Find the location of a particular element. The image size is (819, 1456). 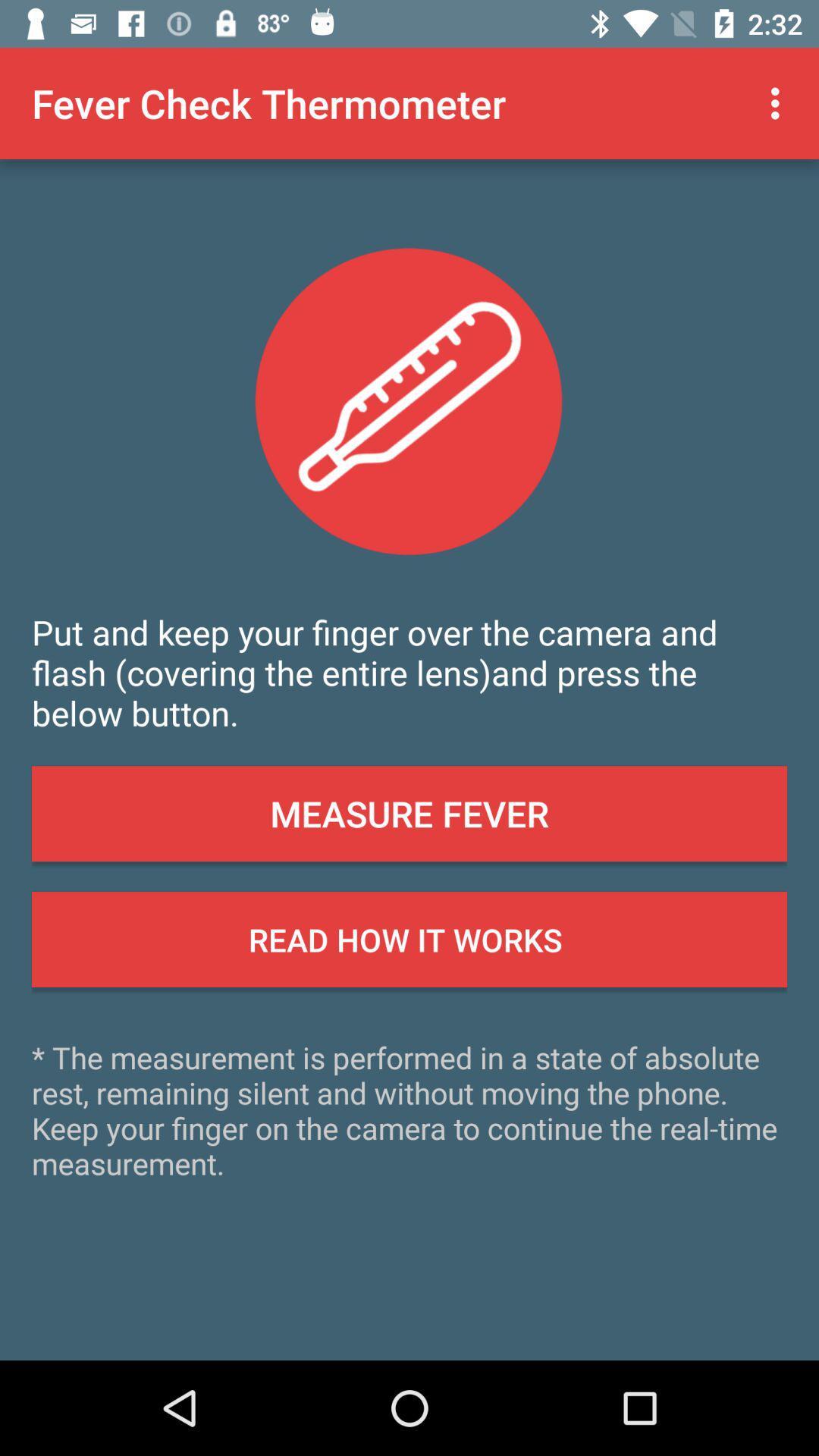

the measure fever is located at coordinates (409, 813).